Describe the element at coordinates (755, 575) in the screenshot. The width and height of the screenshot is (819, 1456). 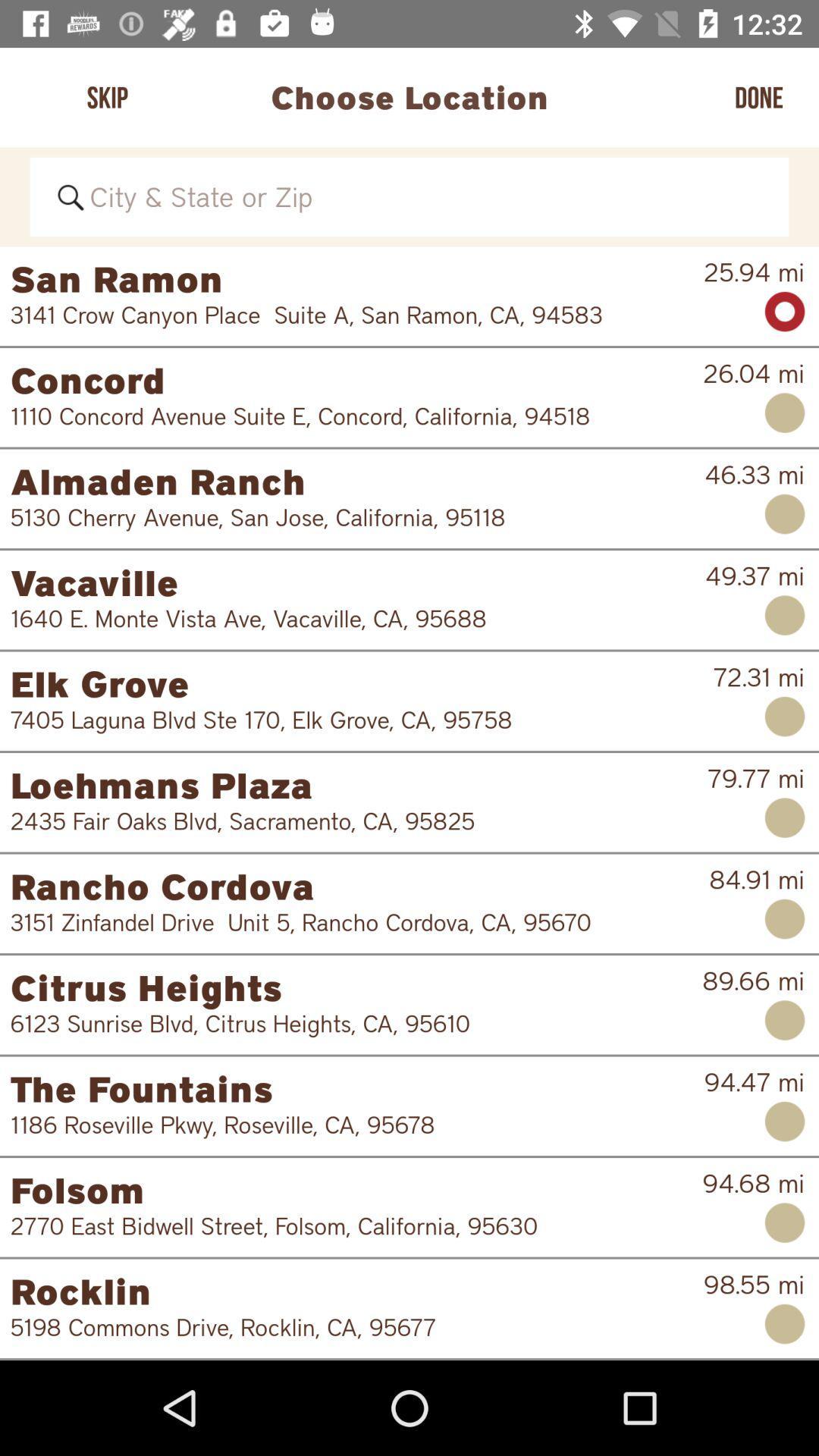
I see `the item next to vacaville item` at that location.